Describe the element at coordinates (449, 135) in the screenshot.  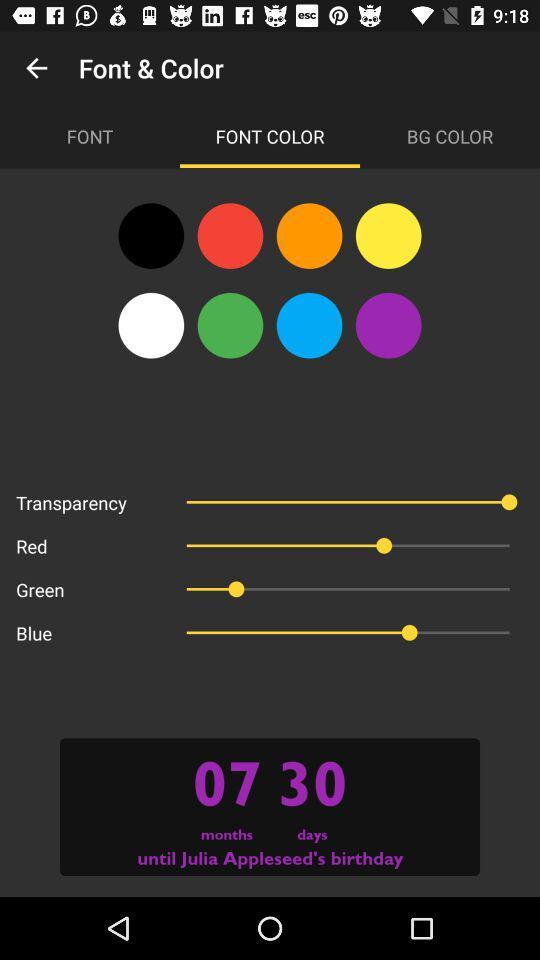
I see `the bg color item` at that location.